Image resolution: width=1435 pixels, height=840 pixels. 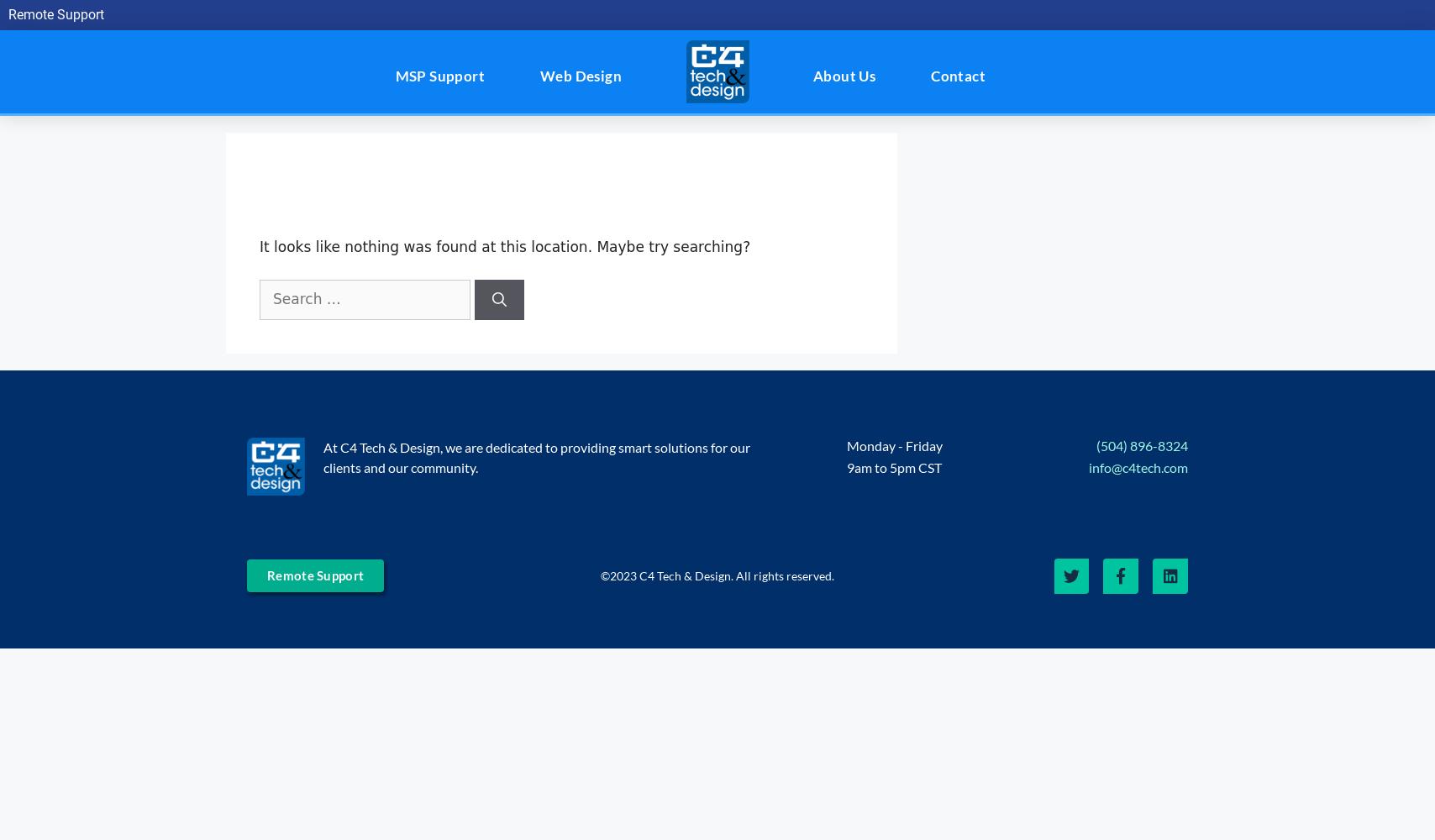 I want to click on 'Monday - Friday', so click(x=846, y=444).